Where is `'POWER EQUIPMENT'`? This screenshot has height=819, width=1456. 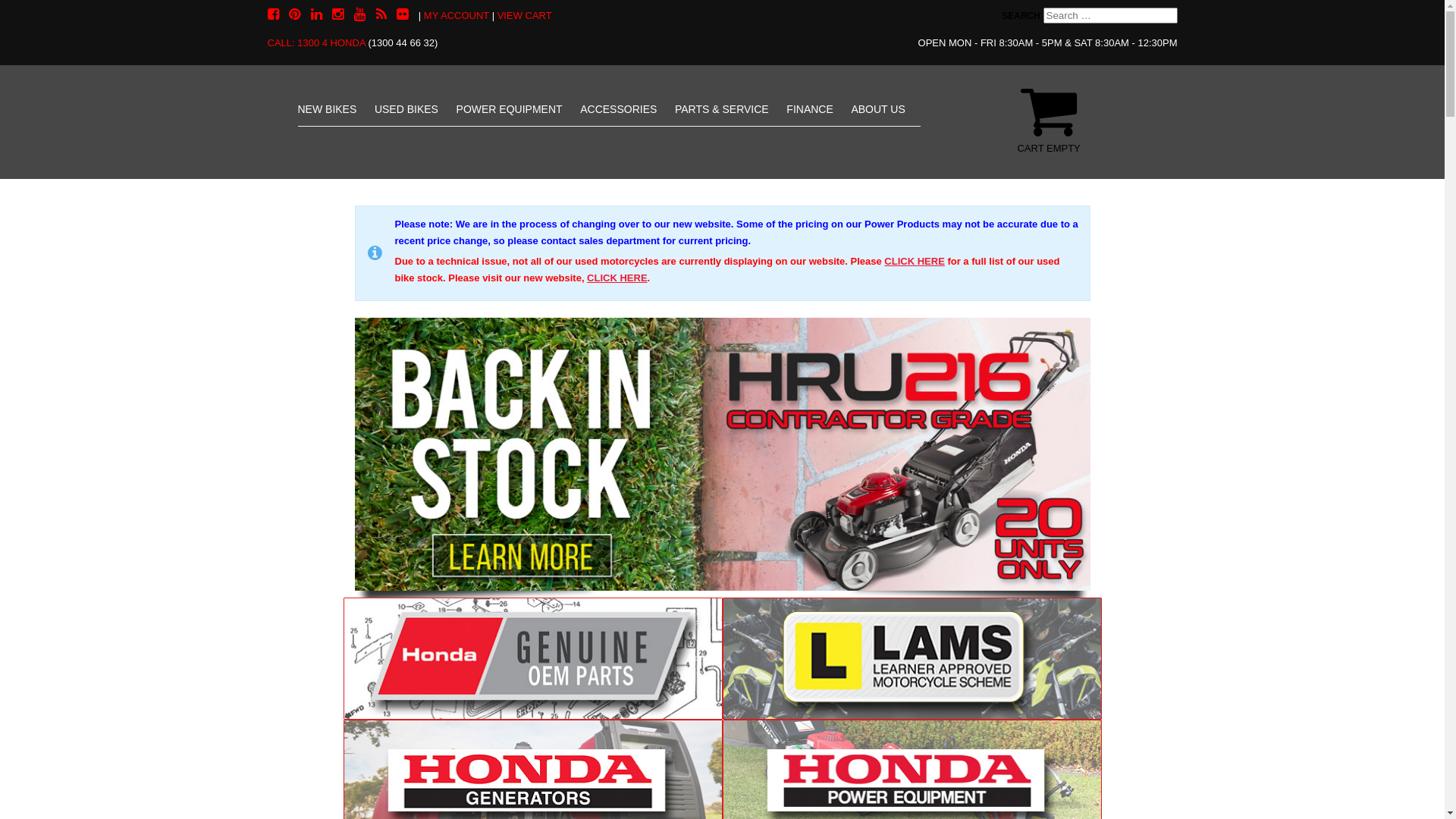
'POWER EQUIPMENT' is located at coordinates (510, 108).